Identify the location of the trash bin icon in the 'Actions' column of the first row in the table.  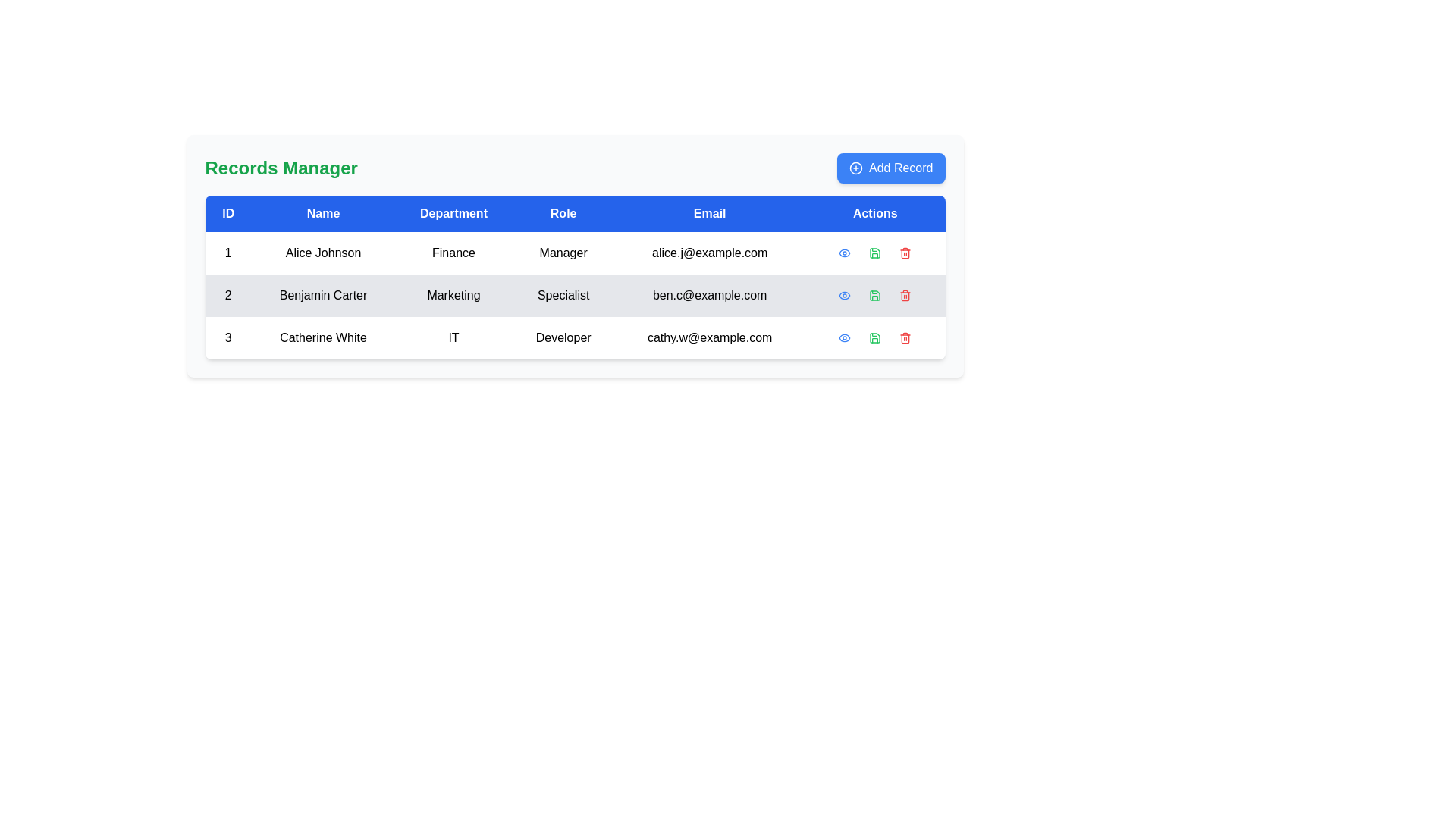
(905, 253).